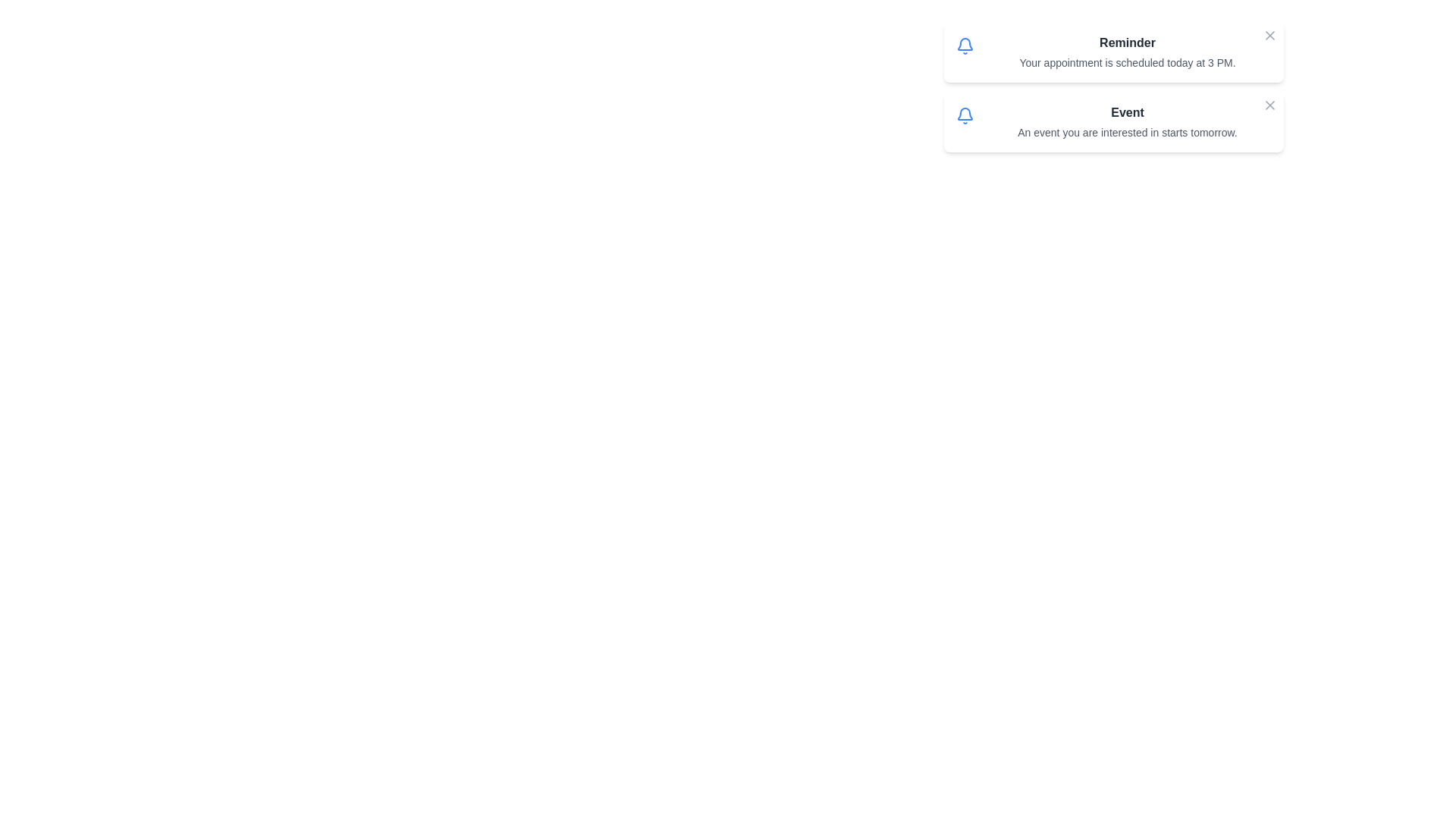 The image size is (1456, 819). Describe the element at coordinates (1128, 121) in the screenshot. I see `information displayed in the notification card containing the word 'Event' in bold and dark-grey font, along with the message 'An event you are interested in starts tomorrow.'` at that location.